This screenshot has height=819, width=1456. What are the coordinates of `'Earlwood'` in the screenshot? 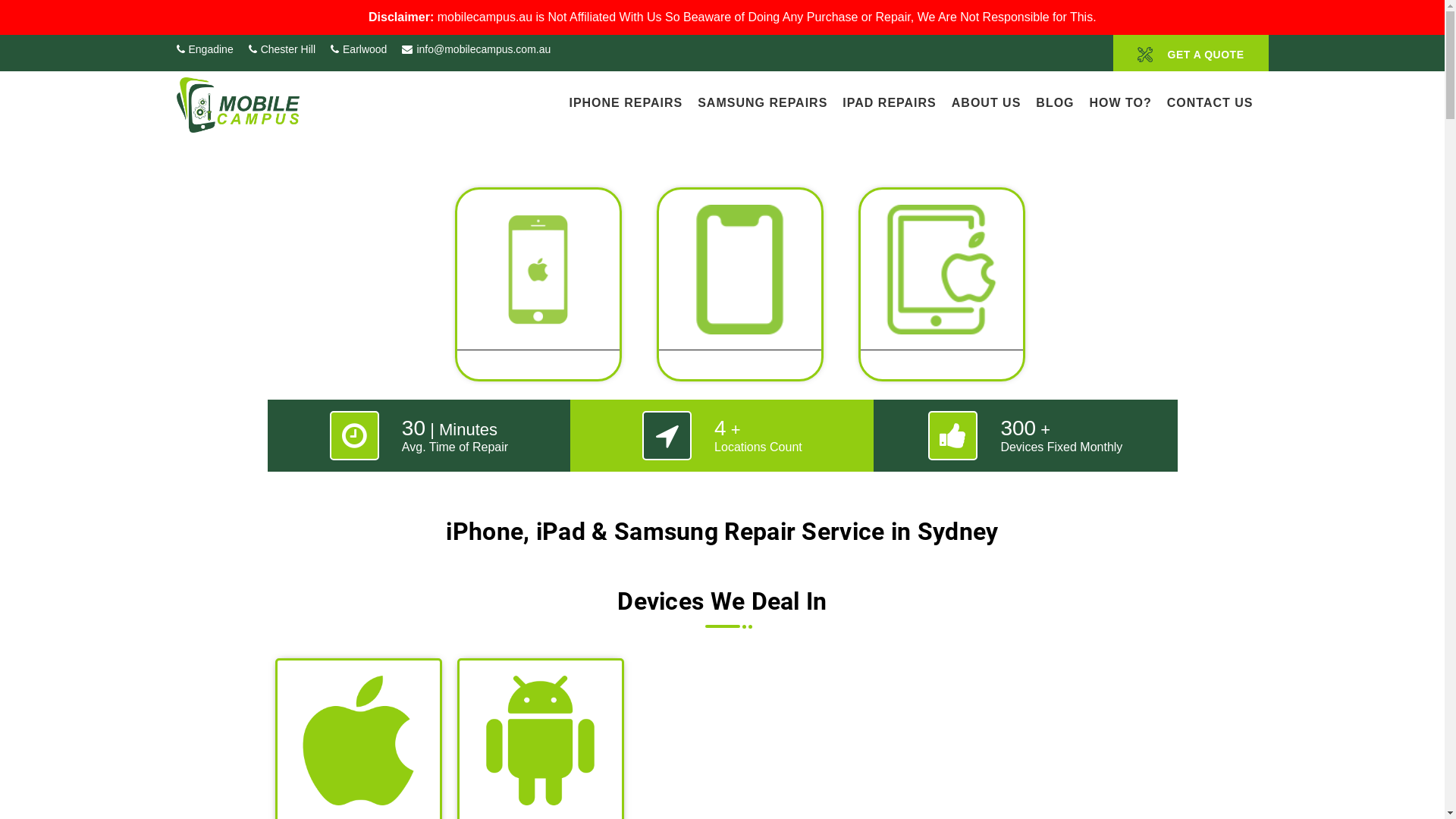 It's located at (358, 49).